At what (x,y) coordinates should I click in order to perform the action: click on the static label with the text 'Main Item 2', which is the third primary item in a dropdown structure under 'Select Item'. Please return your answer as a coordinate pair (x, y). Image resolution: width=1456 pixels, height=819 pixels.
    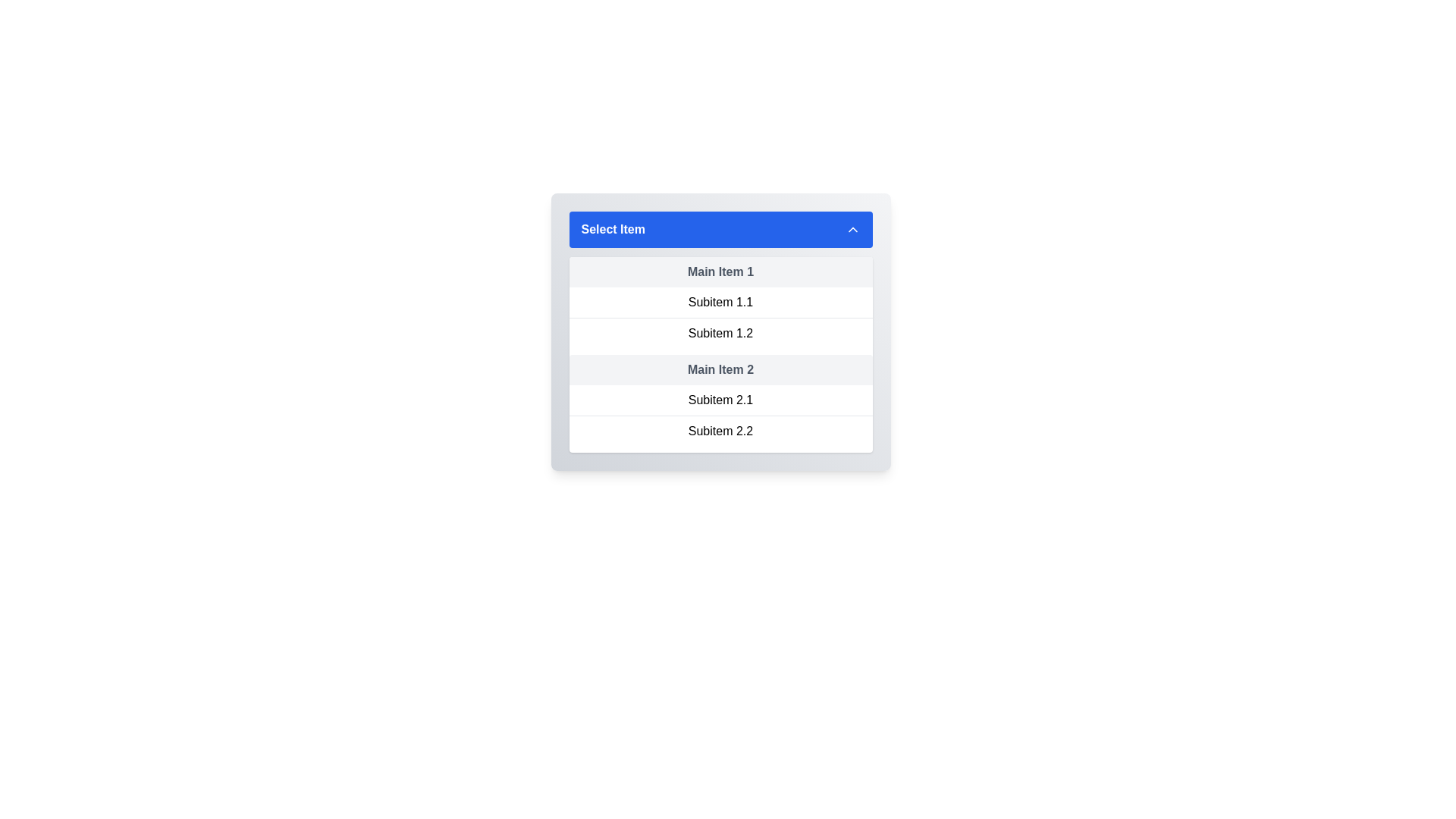
    Looking at the image, I should click on (720, 370).